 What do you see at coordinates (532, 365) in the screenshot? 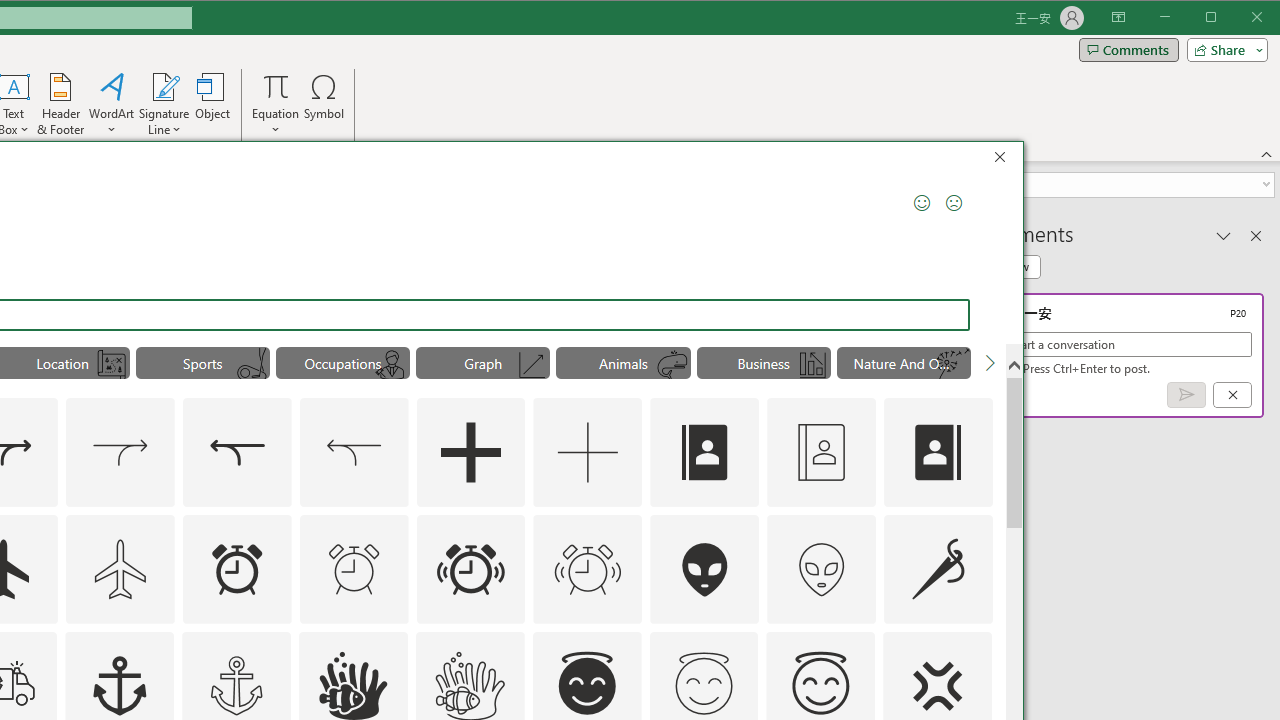
I see `'AutomationID: Icons_LinearGraph_LTR_M'` at bounding box center [532, 365].